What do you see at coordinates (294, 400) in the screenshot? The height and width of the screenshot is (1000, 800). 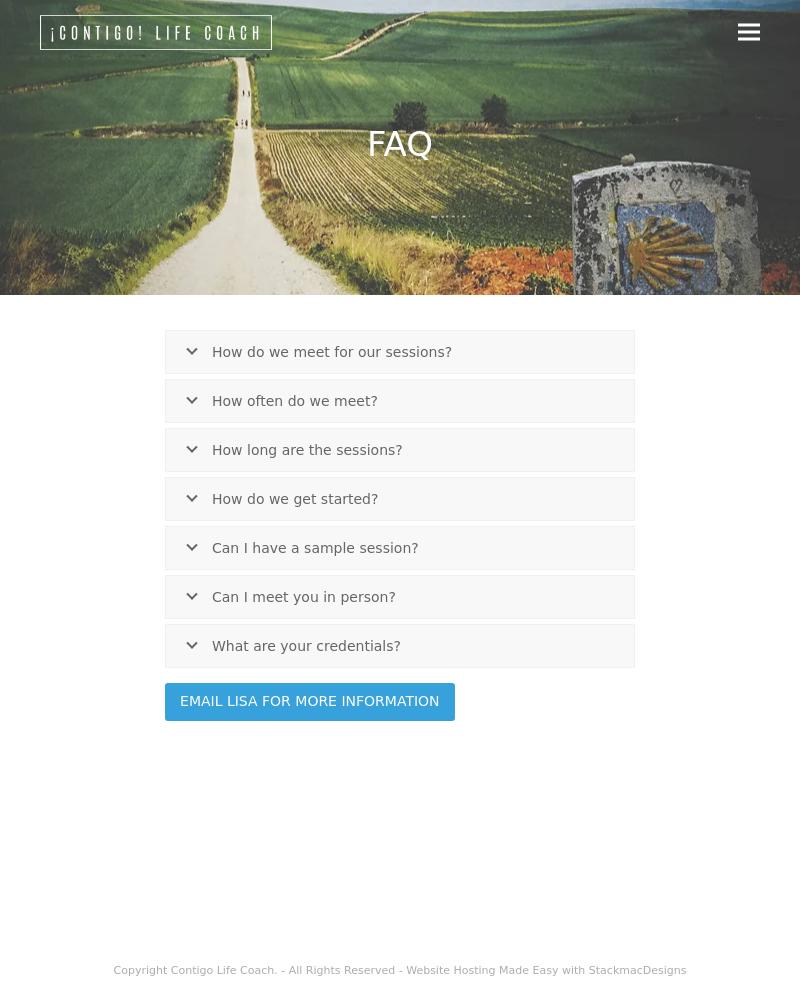 I see `'How often do we meet?'` at bounding box center [294, 400].